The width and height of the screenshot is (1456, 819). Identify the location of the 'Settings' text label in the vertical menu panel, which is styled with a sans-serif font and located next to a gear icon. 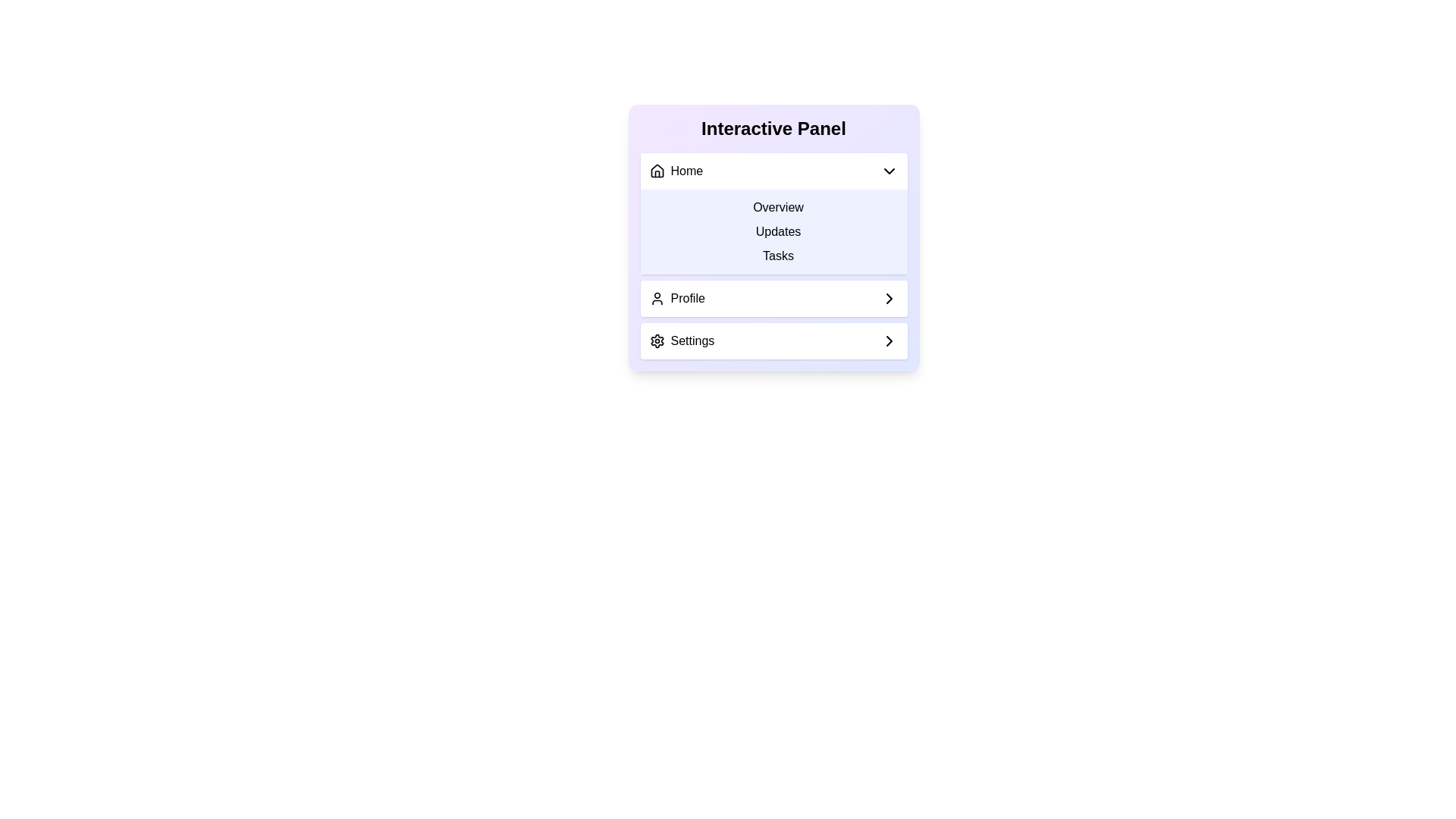
(692, 341).